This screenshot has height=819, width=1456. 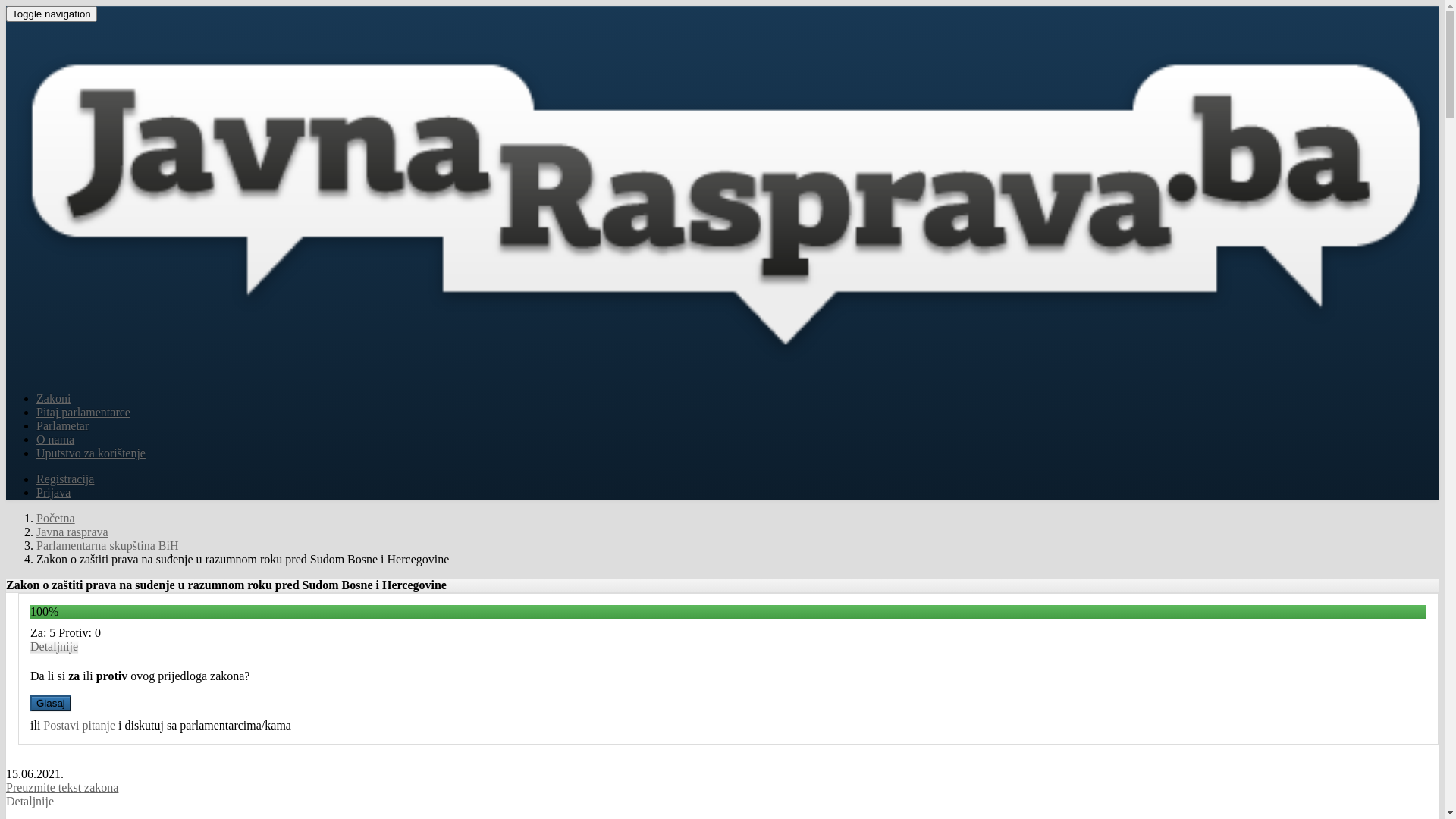 What do you see at coordinates (61, 786) in the screenshot?
I see `'Preuzmite tekst zakona'` at bounding box center [61, 786].